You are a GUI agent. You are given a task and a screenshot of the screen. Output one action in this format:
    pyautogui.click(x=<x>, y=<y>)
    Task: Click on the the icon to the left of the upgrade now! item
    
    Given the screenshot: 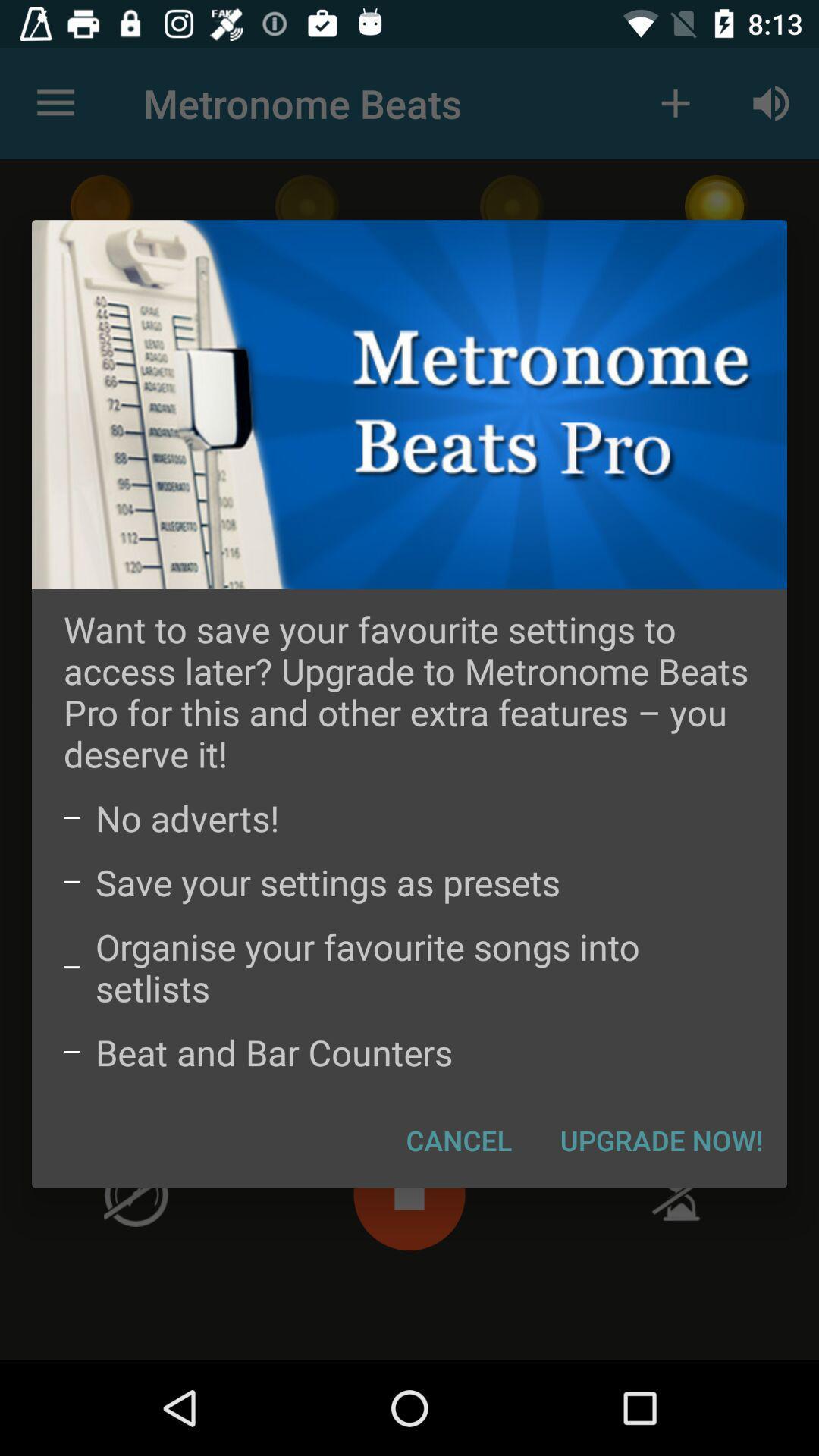 What is the action you would take?
    pyautogui.click(x=458, y=1140)
    